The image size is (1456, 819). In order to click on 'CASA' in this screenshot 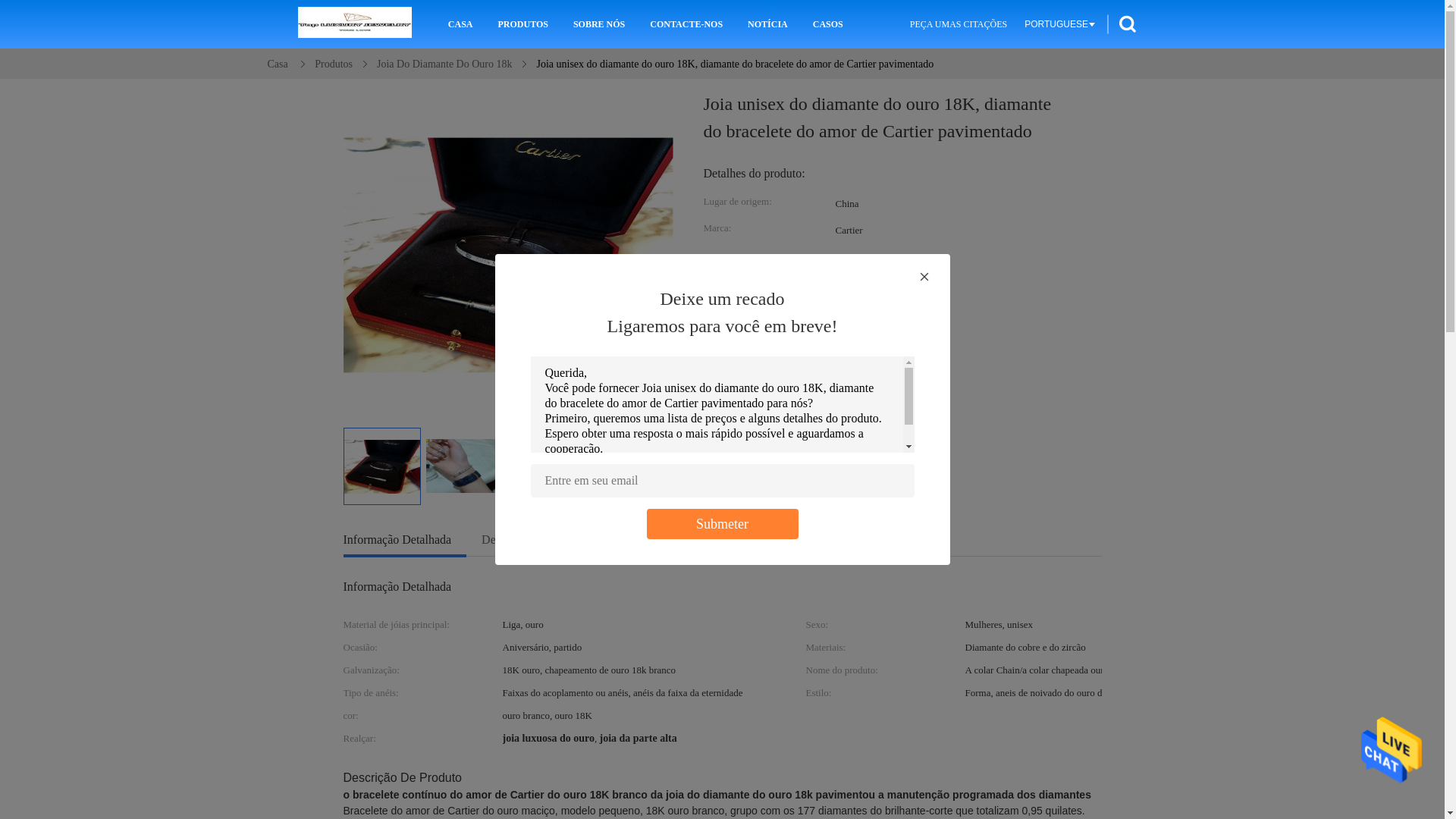, I will do `click(460, 24)`.